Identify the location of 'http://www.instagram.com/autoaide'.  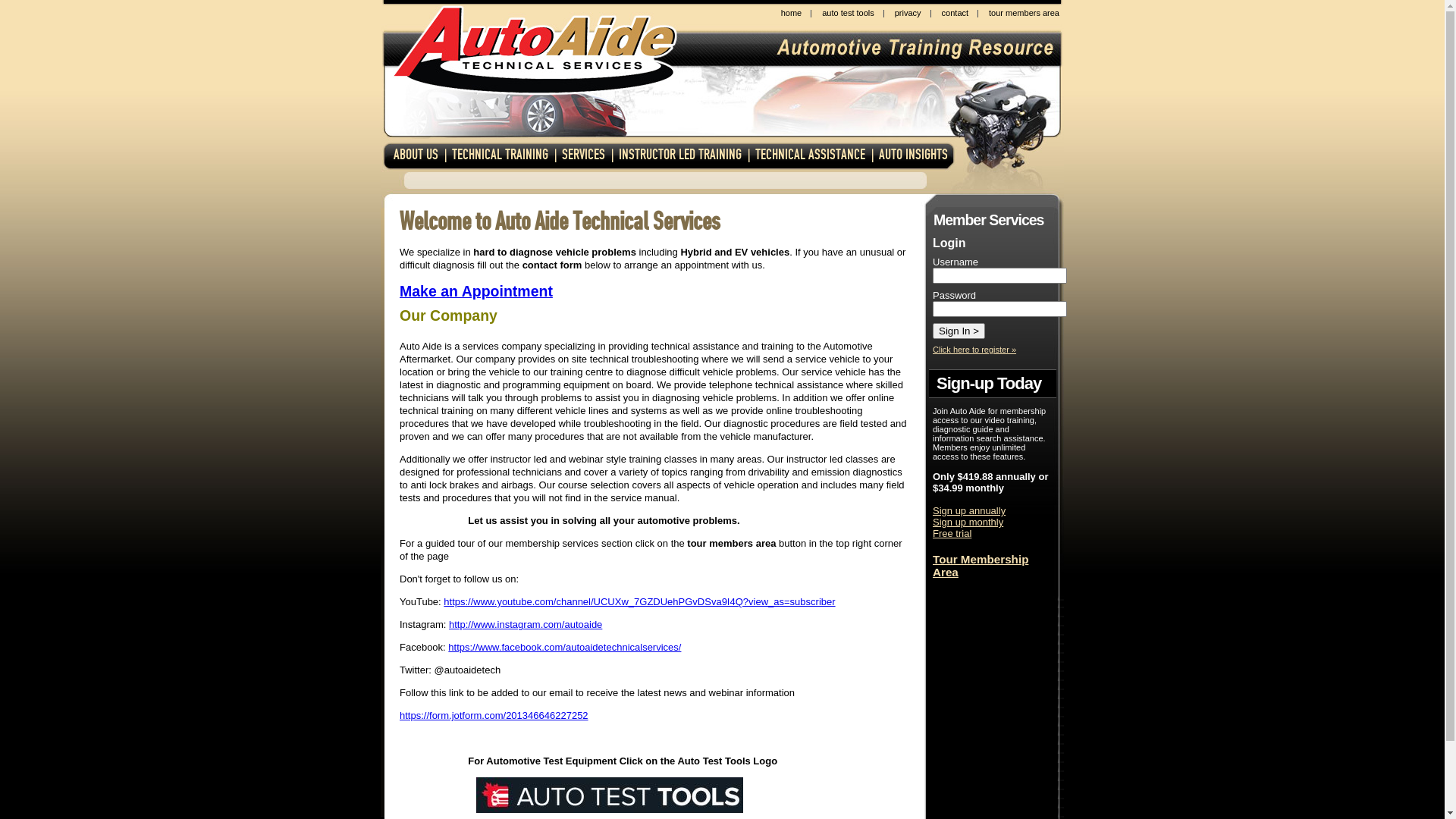
(525, 624).